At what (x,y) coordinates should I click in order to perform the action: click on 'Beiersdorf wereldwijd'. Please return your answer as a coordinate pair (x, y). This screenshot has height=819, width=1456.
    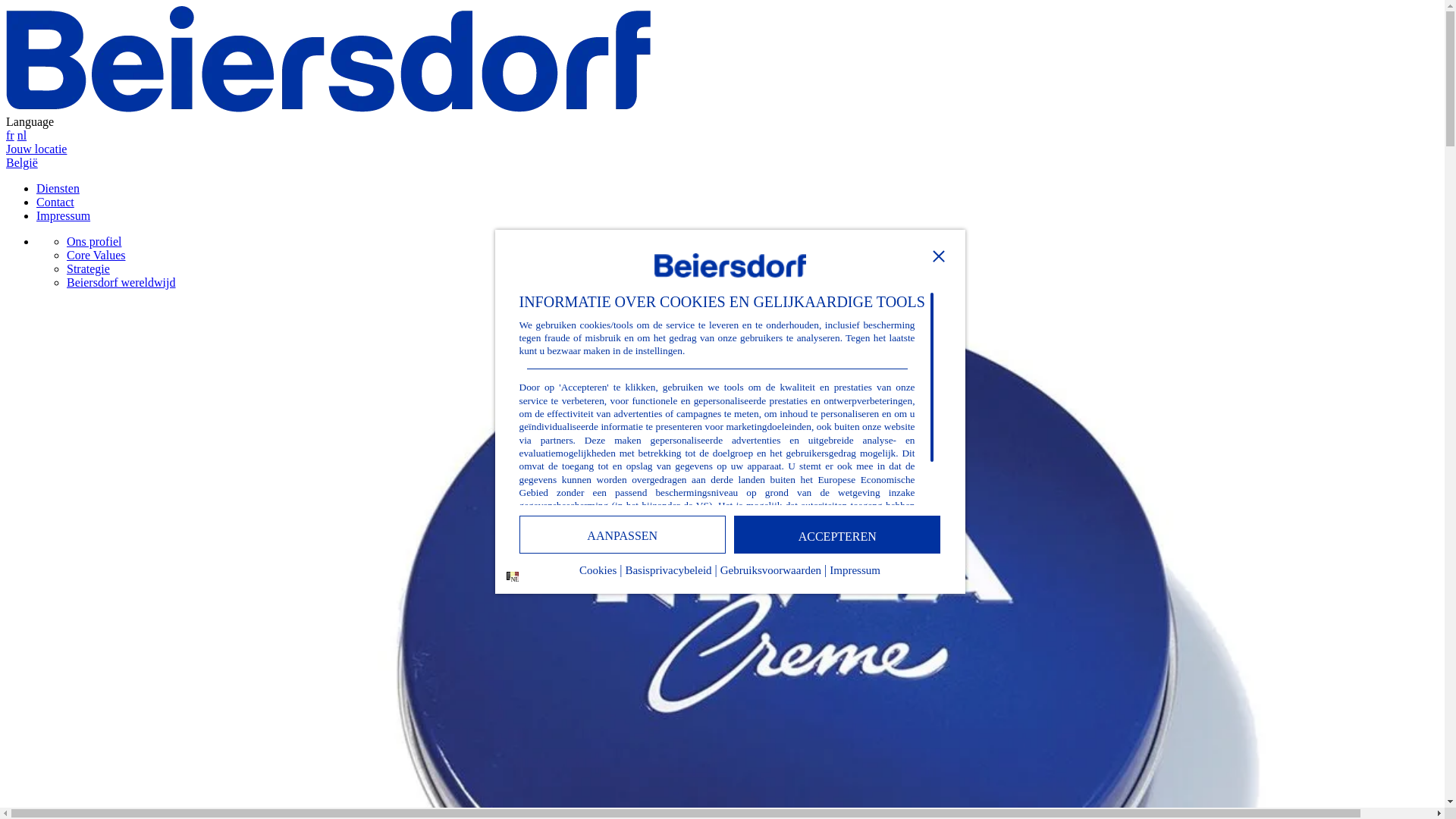
    Looking at the image, I should click on (120, 282).